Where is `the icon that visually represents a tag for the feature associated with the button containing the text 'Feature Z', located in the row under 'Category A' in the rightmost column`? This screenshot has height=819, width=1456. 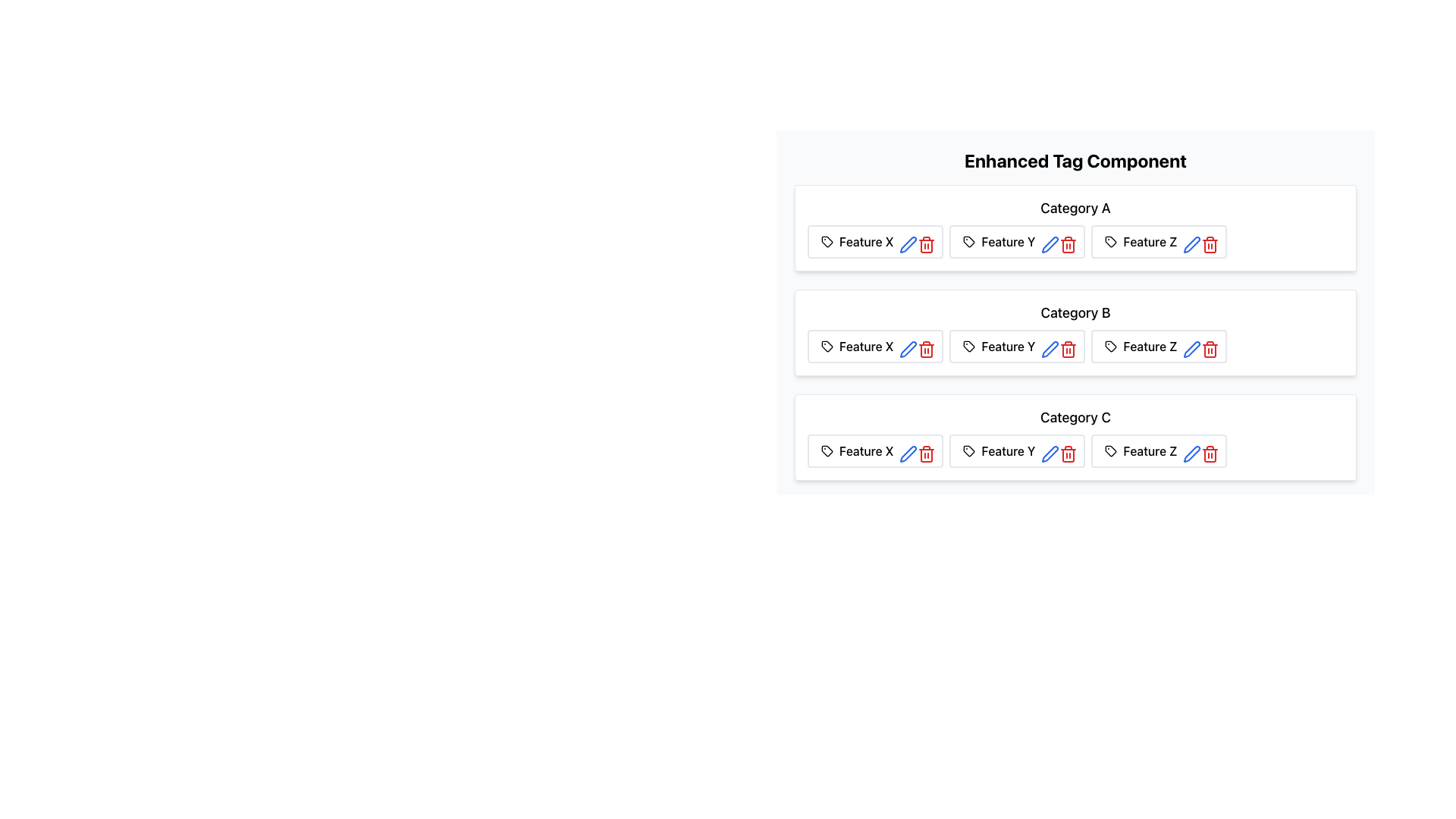
the icon that visually represents a tag for the feature associated with the button containing the text 'Feature Z', located in the row under 'Category A' in the rightmost column is located at coordinates (1111, 241).